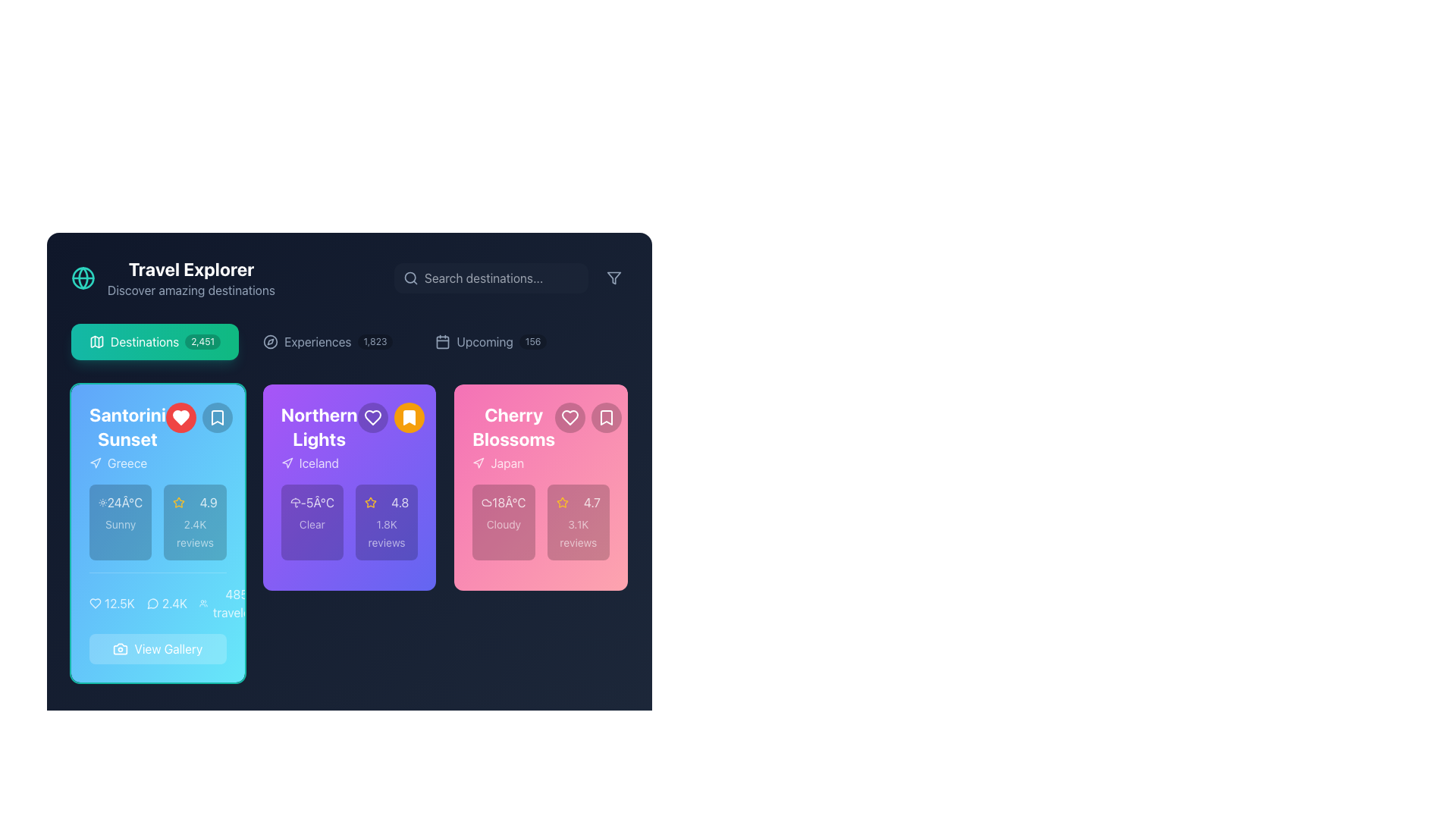 This screenshot has height=819, width=1456. Describe the element at coordinates (327, 342) in the screenshot. I see `the navigation button located between the 'Destinations' button and the 'Upcoming' button` at that location.